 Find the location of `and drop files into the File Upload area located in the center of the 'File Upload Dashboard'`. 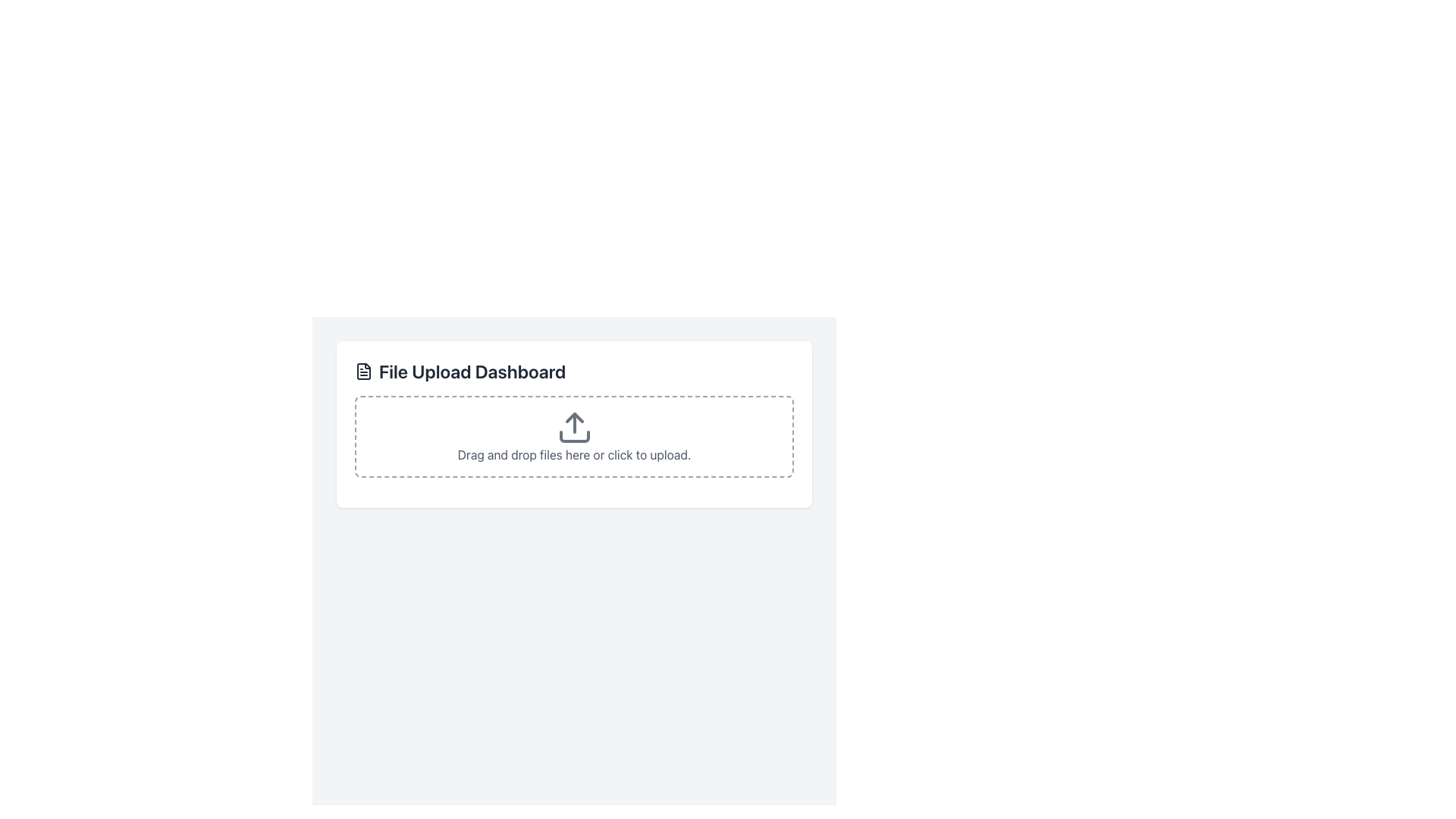

and drop files into the File Upload area located in the center of the 'File Upload Dashboard' is located at coordinates (573, 436).